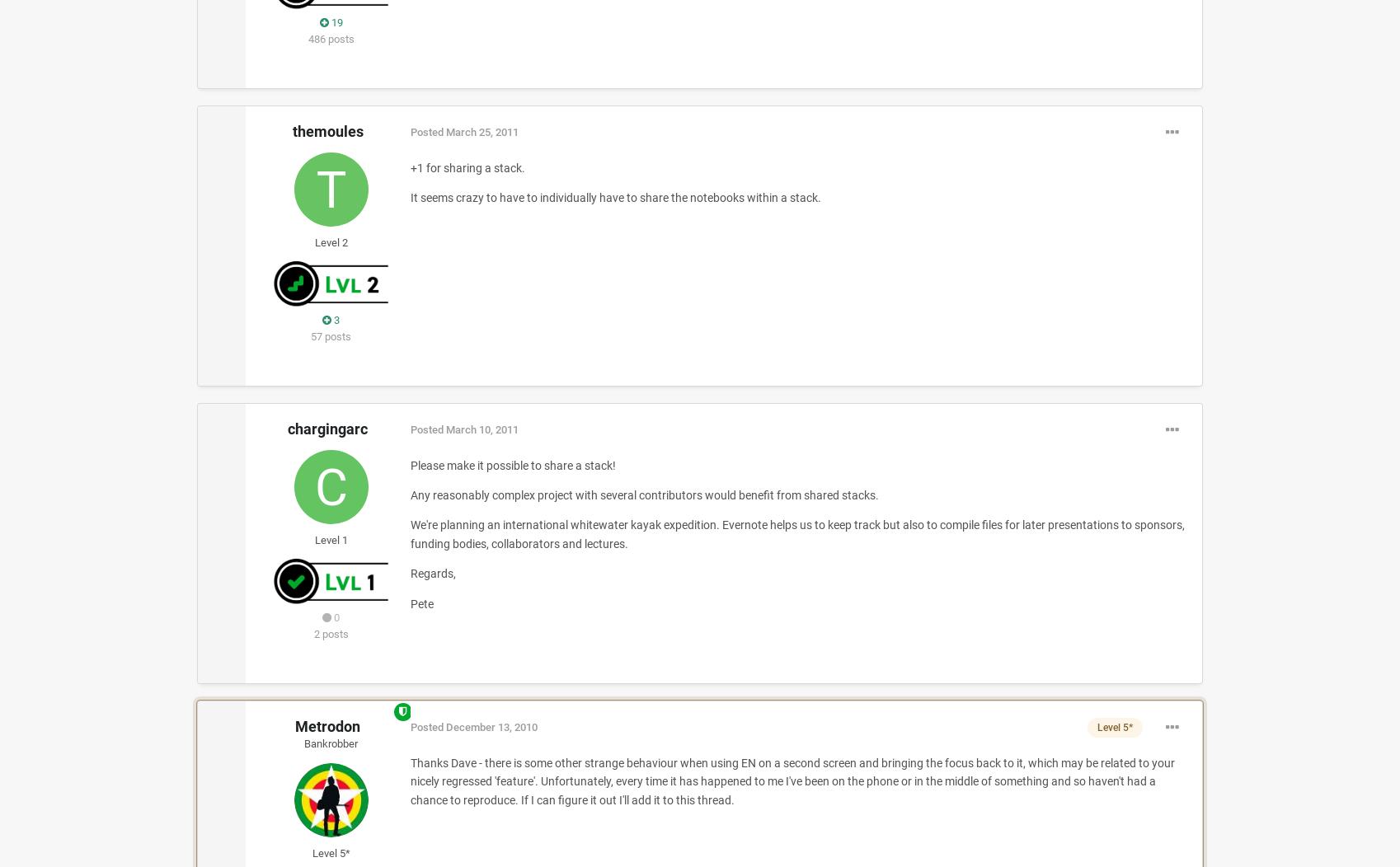  I want to click on 'It seems crazy to have to individually have to share the notebooks within a stack.', so click(614, 196).